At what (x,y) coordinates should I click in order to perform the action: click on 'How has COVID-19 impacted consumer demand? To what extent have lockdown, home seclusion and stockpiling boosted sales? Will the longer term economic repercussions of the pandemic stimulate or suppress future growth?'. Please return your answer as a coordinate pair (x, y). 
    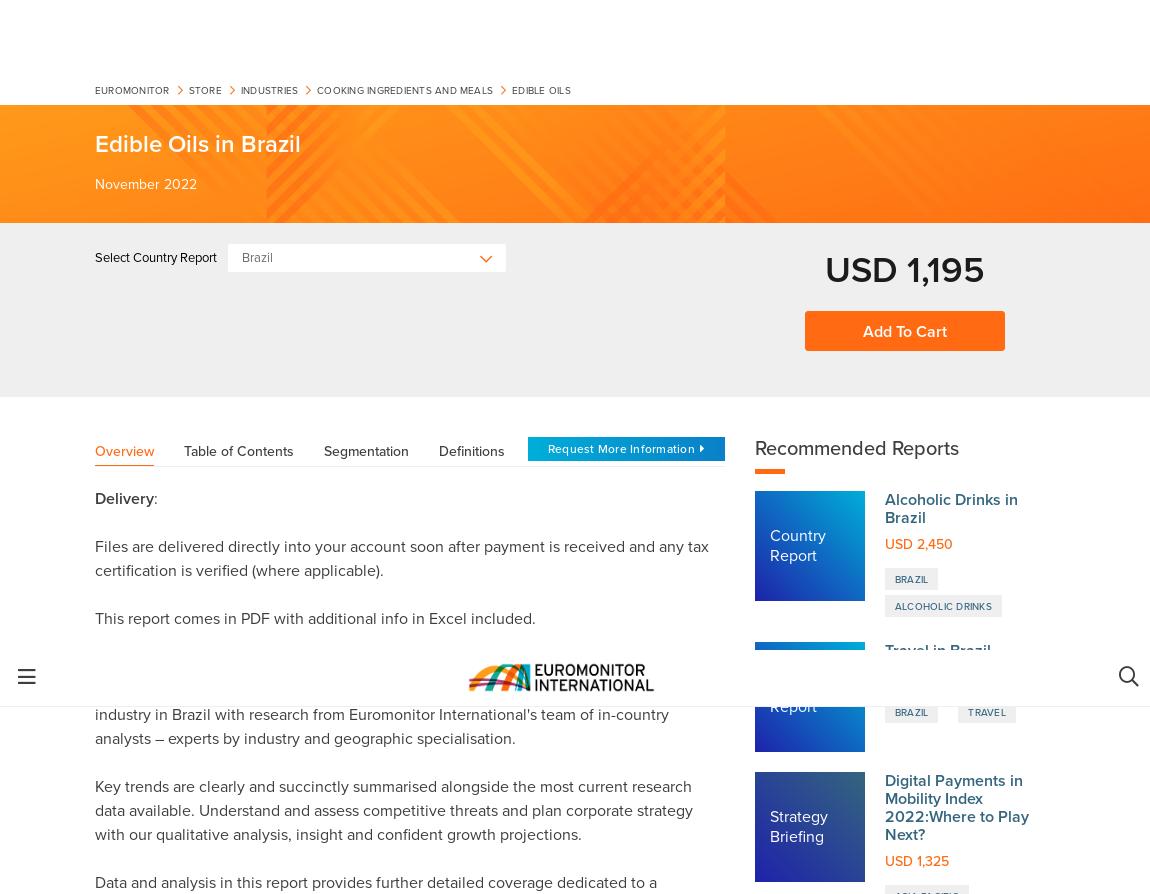
    Looking at the image, I should click on (415, 854).